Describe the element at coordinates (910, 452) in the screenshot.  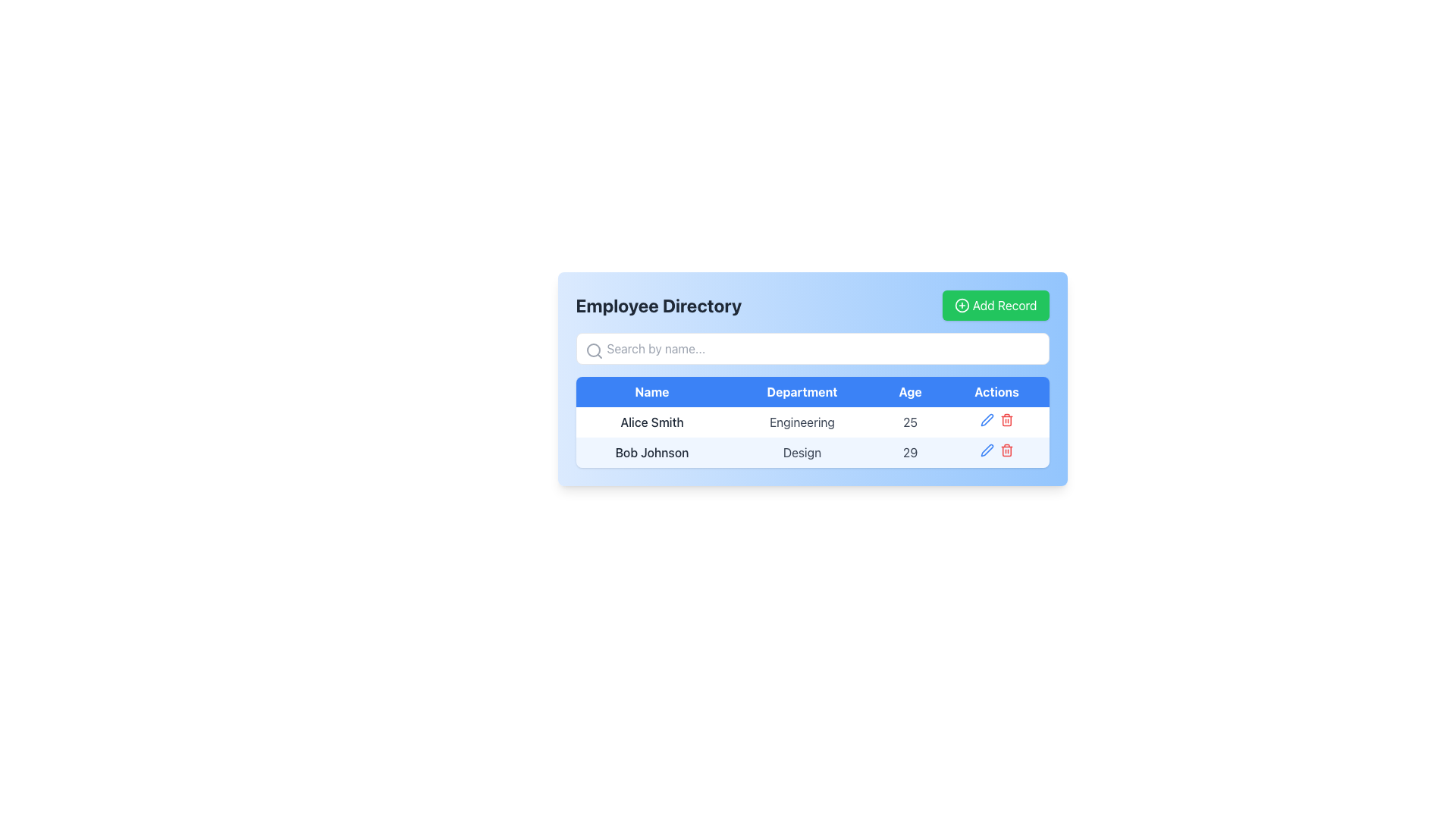
I see `the static text displaying '29' for 'Bob Johnson', which is located in the 'Age' column, between 'Design' and 'Actions'` at that location.